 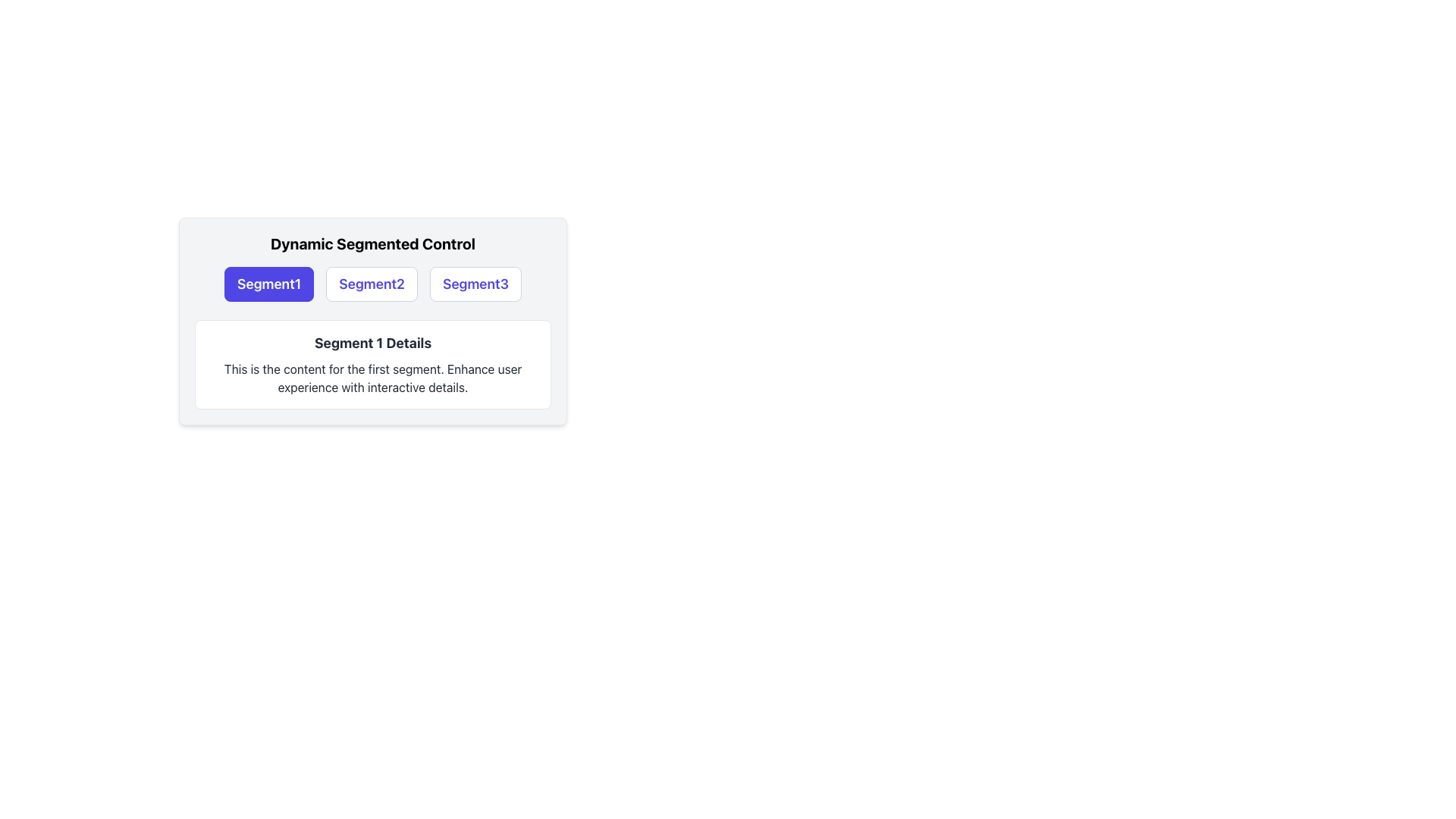 I want to click on the Text Label indicating 'Segment 1', which is positioned above the related paragraph block and centered horizontally, so click(x=372, y=343).